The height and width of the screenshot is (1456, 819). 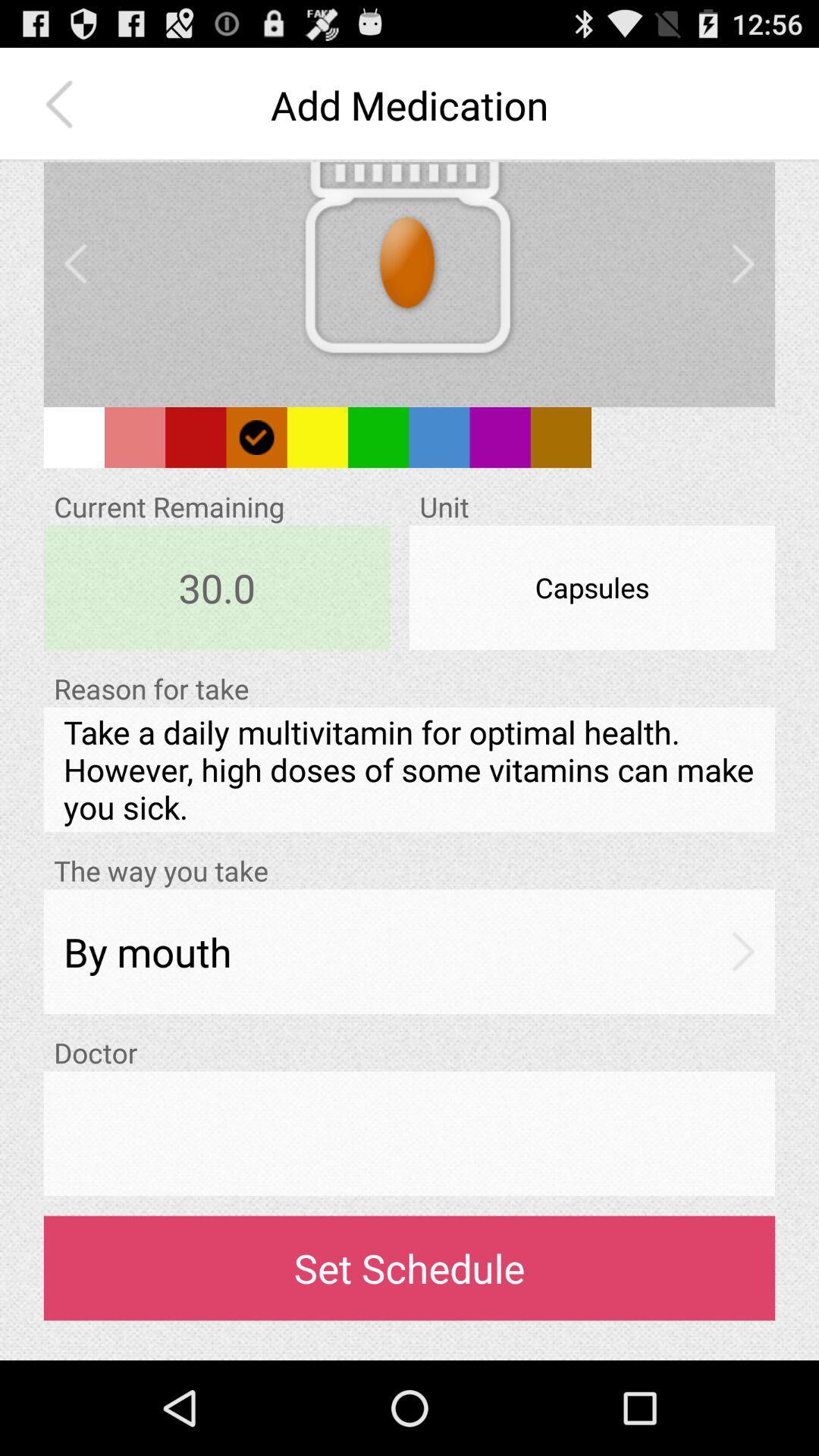 I want to click on the label shown below add medication, so click(x=408, y=273).